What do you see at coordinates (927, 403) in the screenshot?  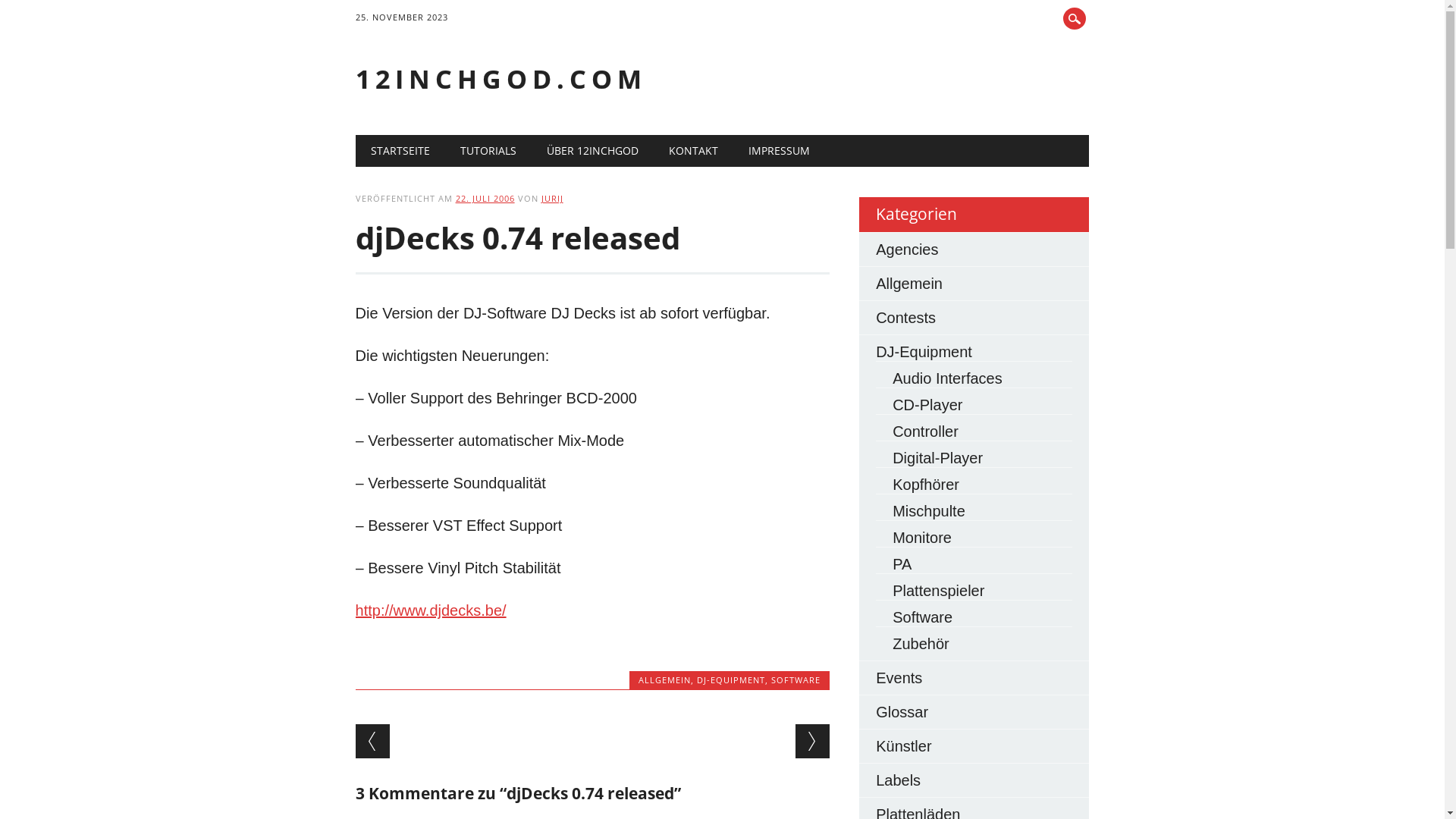 I see `'CD-Player'` at bounding box center [927, 403].